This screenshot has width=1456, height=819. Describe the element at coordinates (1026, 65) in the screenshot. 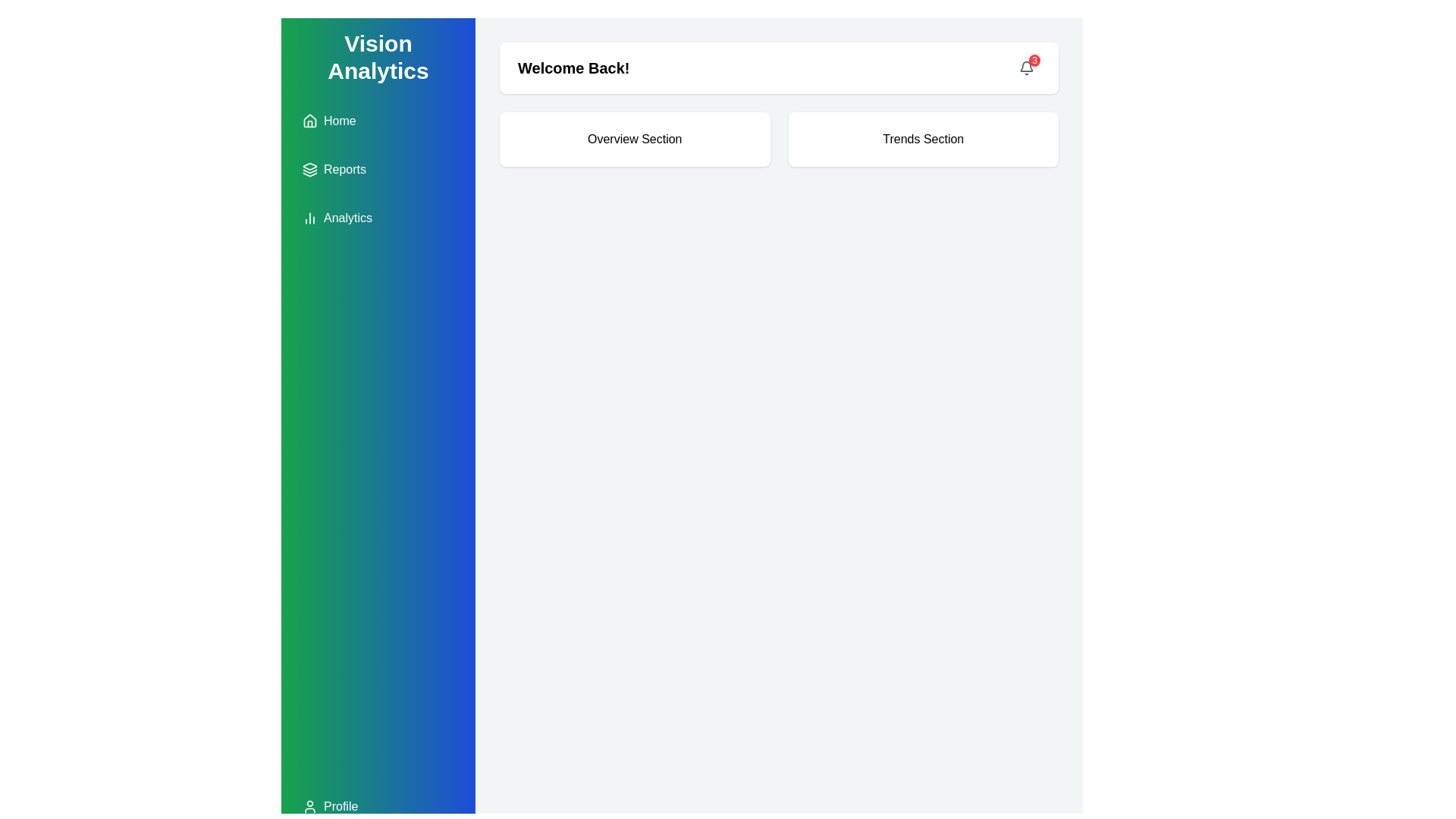

I see `the bell-shaped icon located in the top-right section of the interface to interact with it` at that location.